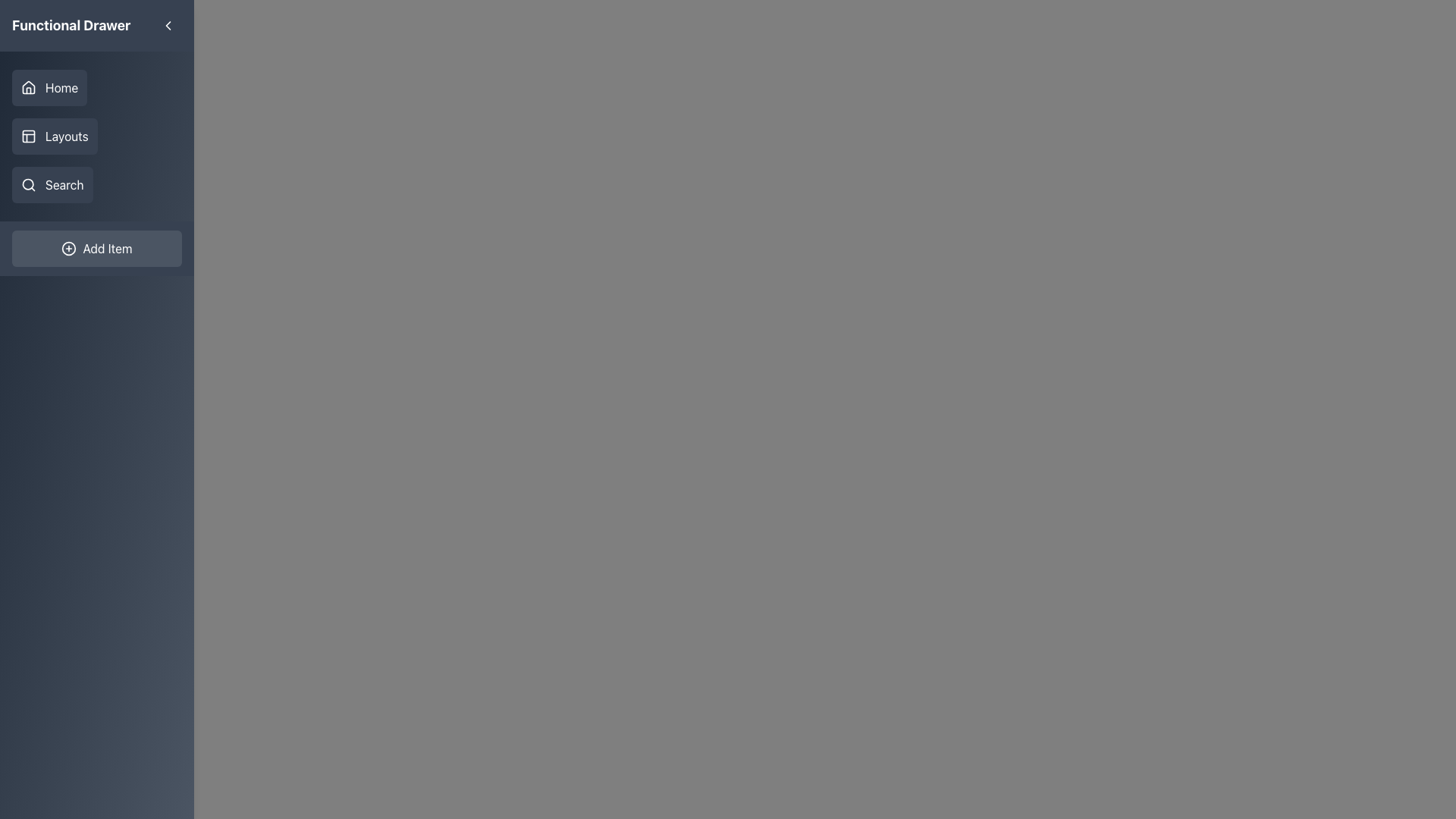 The height and width of the screenshot is (819, 1456). What do you see at coordinates (29, 184) in the screenshot?
I see `the search icon located in the third item of the left-hand navigation menu labeled 'Search'` at bounding box center [29, 184].